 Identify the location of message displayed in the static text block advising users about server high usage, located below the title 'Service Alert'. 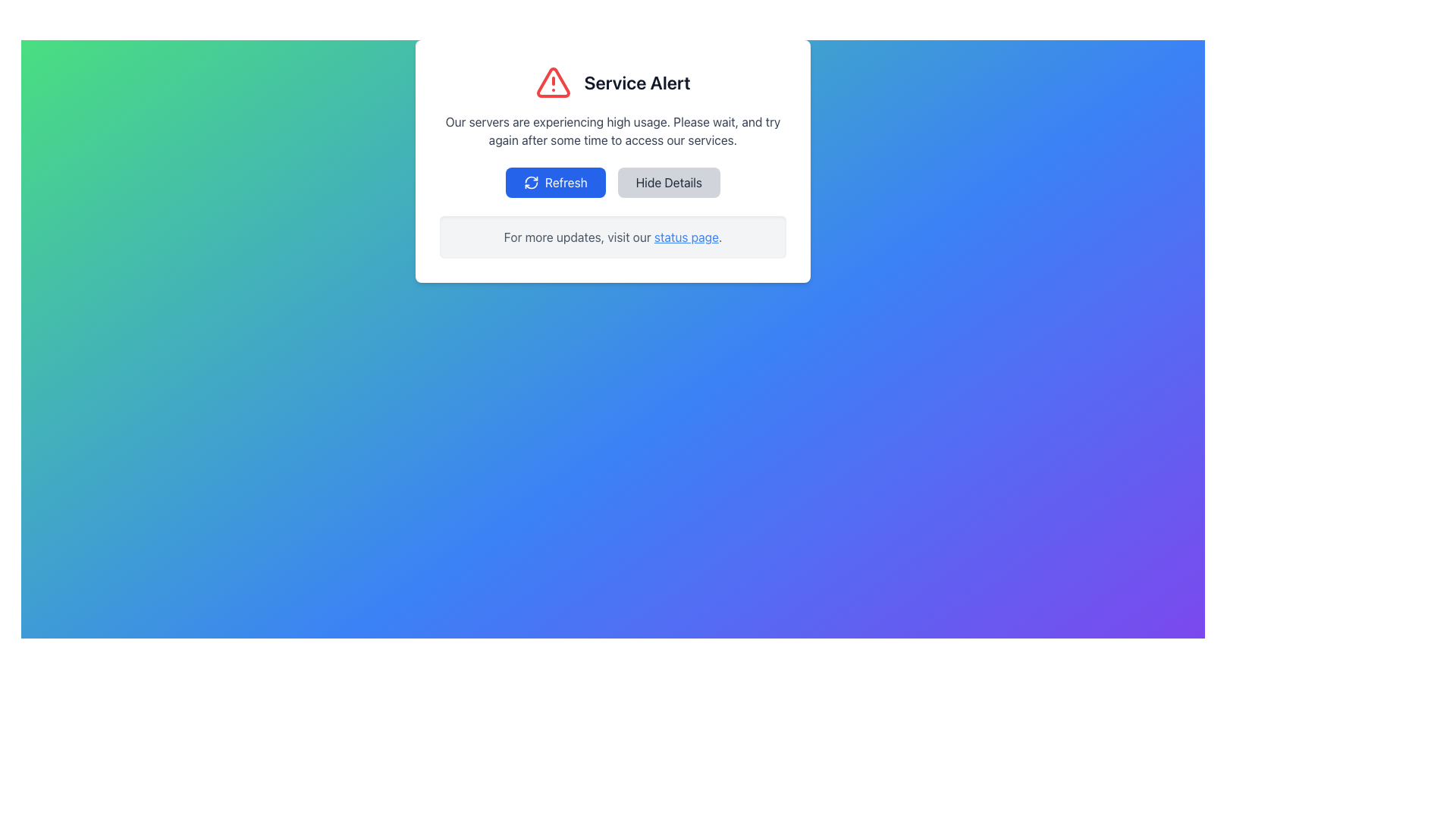
(613, 130).